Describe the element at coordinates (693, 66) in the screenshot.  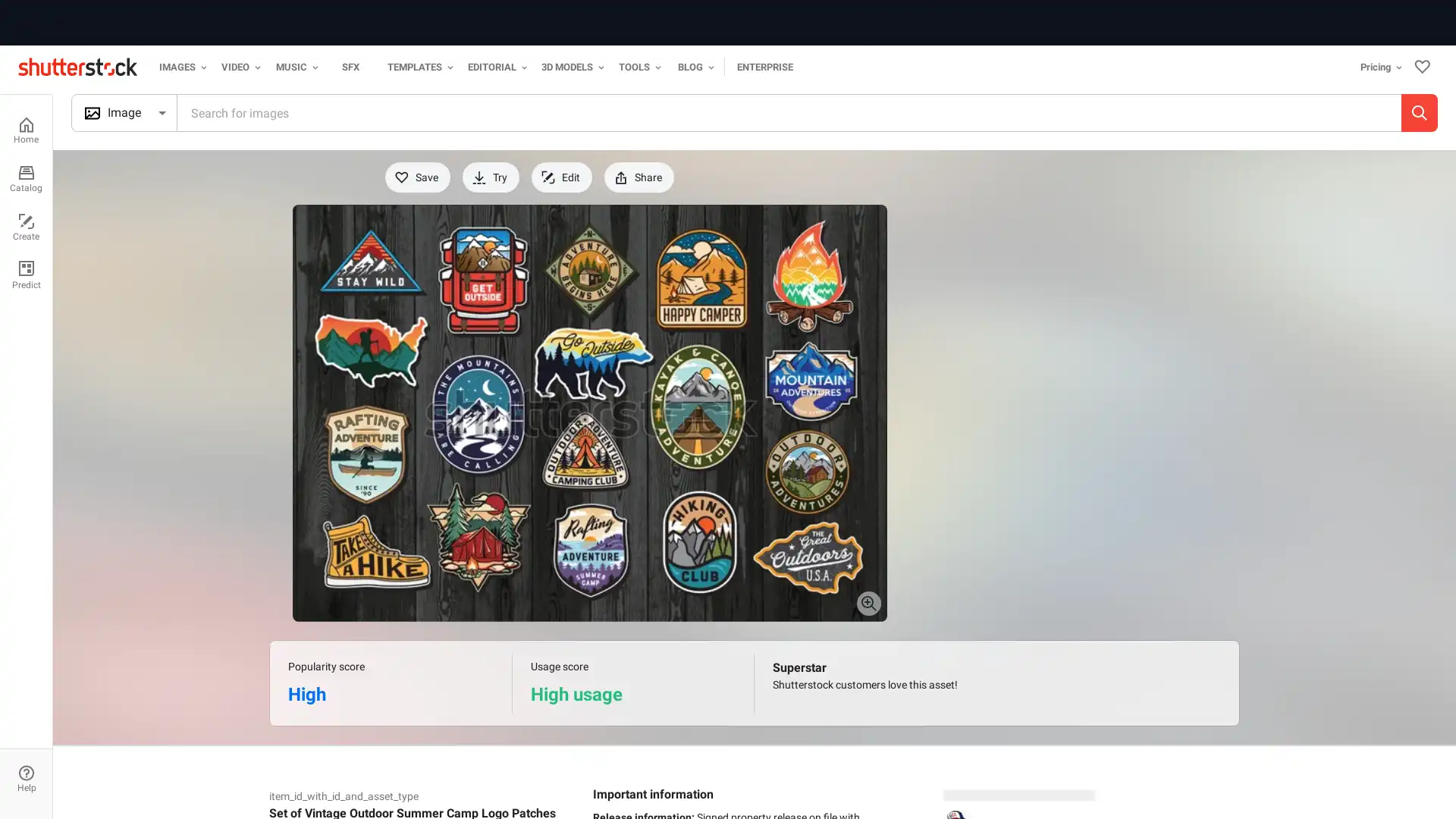
I see `Blog` at that location.